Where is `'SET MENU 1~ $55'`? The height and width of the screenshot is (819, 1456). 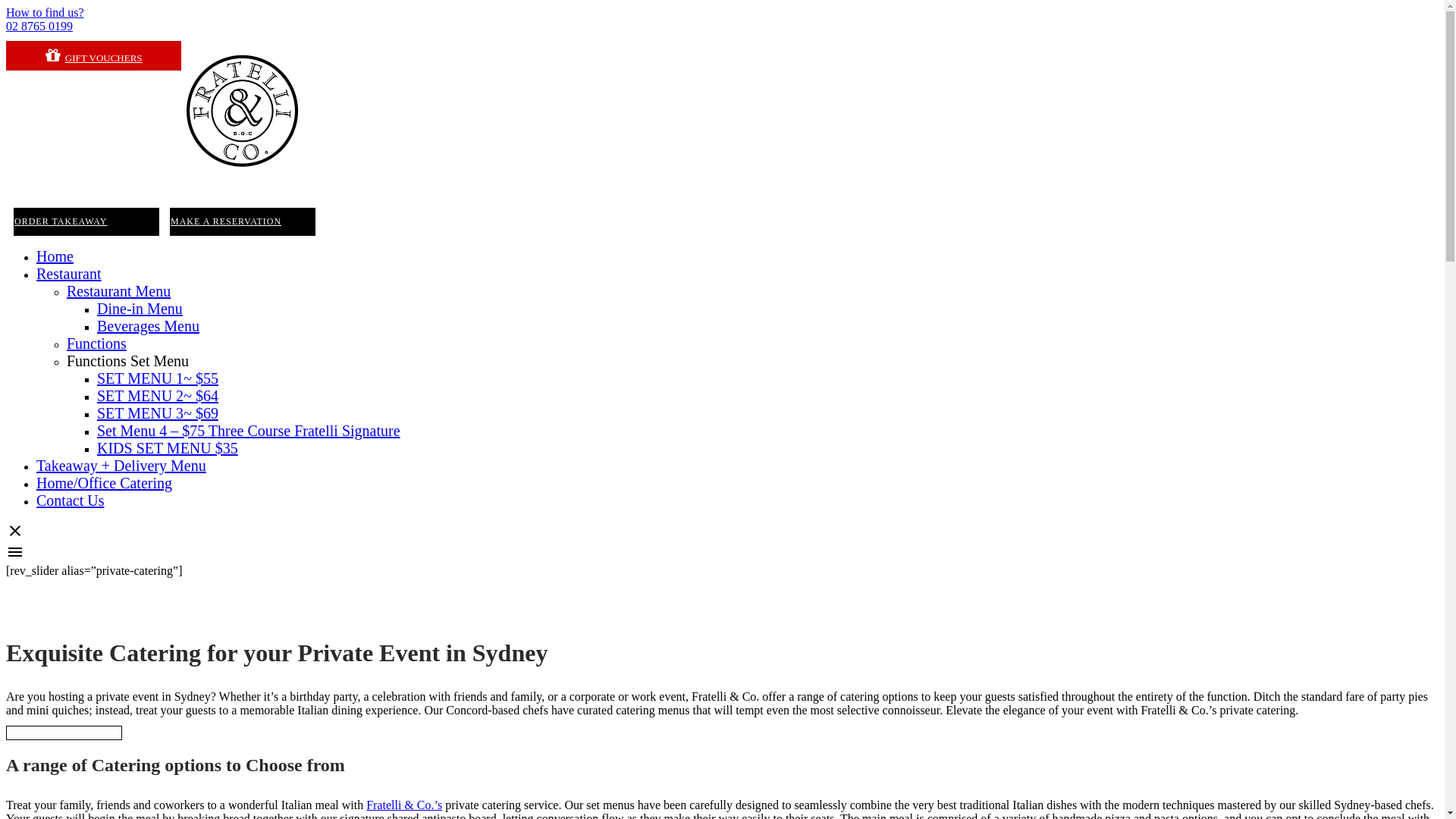
'SET MENU 1~ $55' is located at coordinates (96, 377).